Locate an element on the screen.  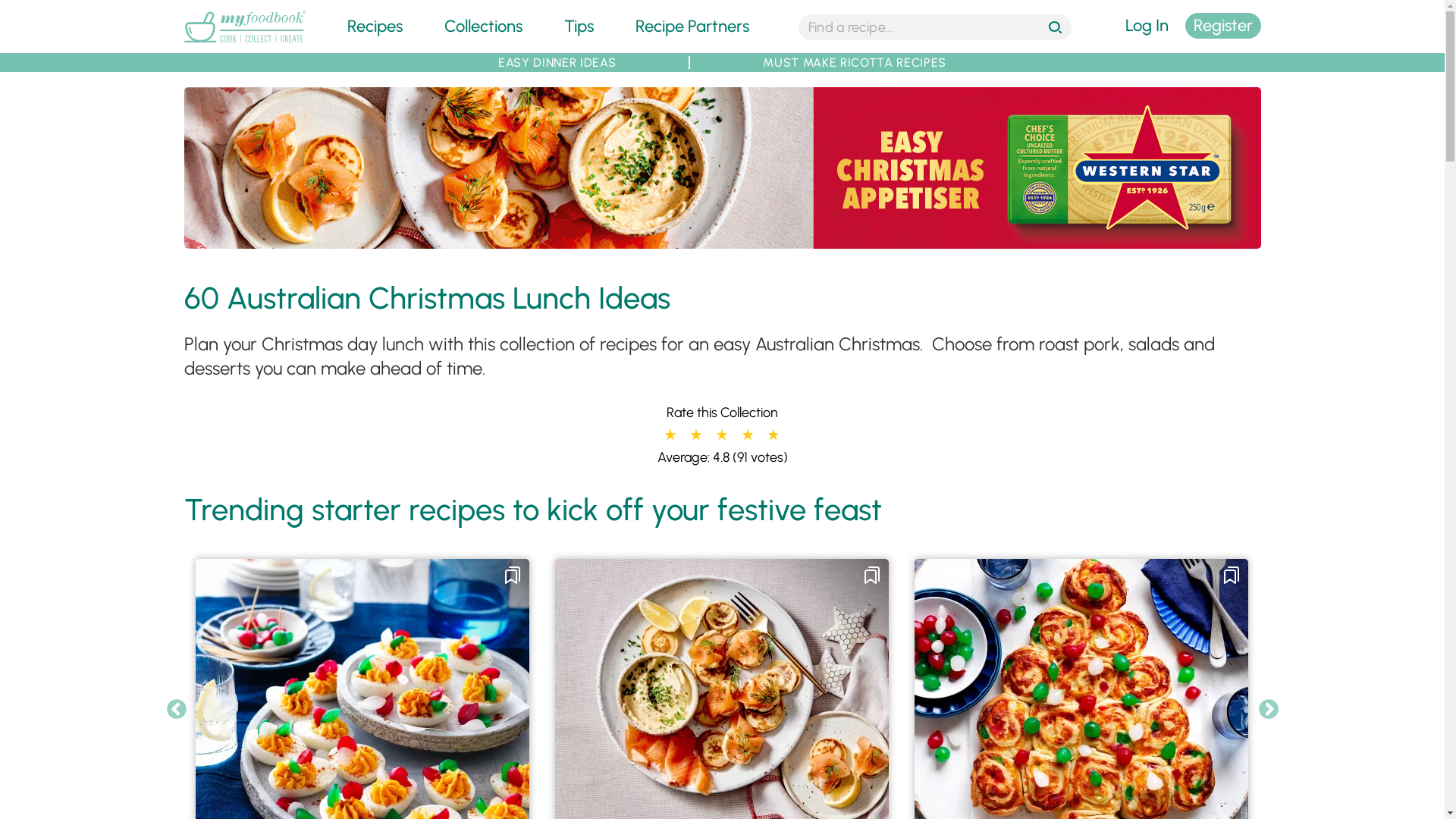
'Give it 5/5' is located at coordinates (771, 435).